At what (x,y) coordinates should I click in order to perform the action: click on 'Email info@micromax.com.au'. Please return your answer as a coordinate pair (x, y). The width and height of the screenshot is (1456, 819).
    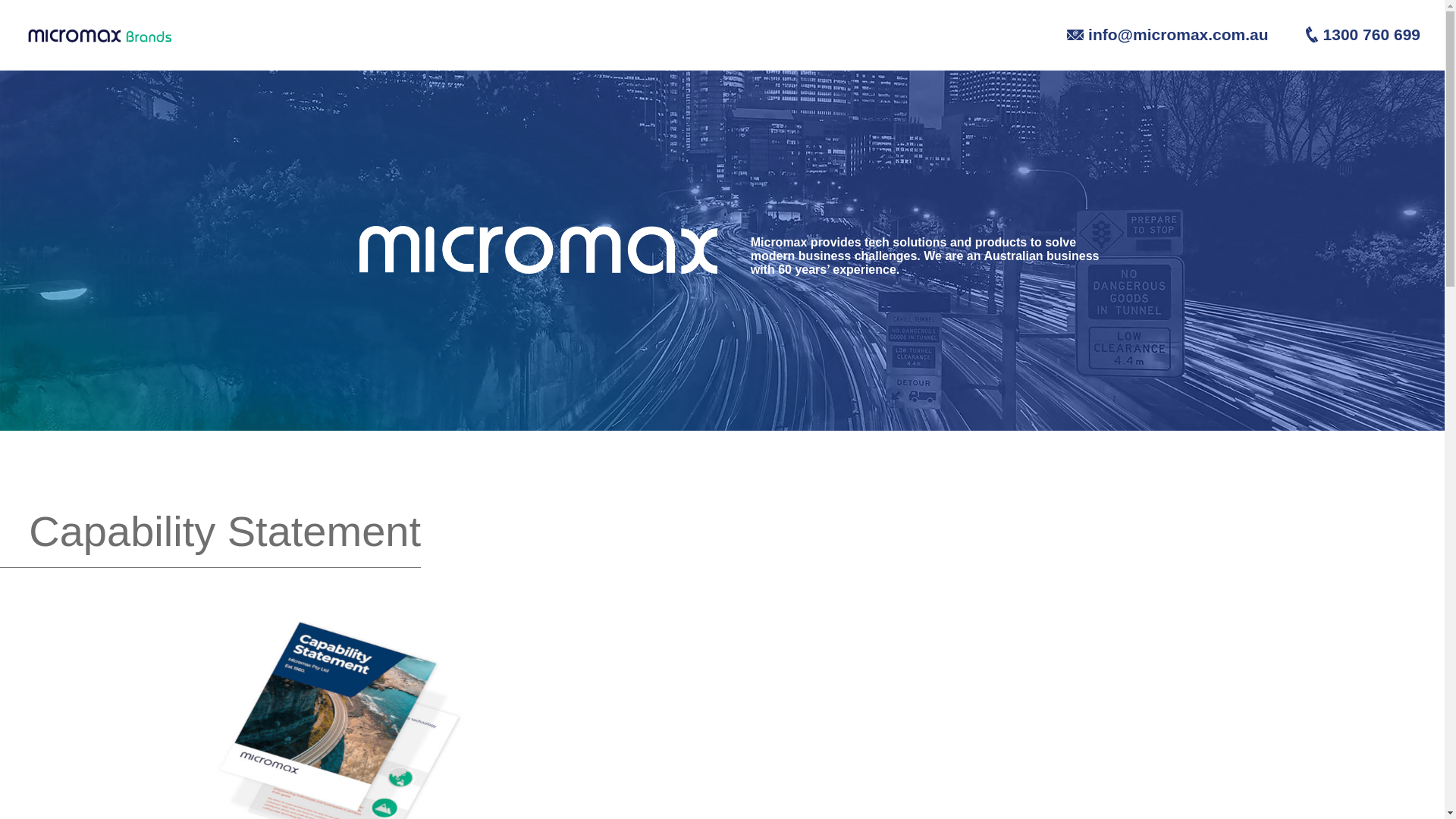
    Looking at the image, I should click on (1152, 33).